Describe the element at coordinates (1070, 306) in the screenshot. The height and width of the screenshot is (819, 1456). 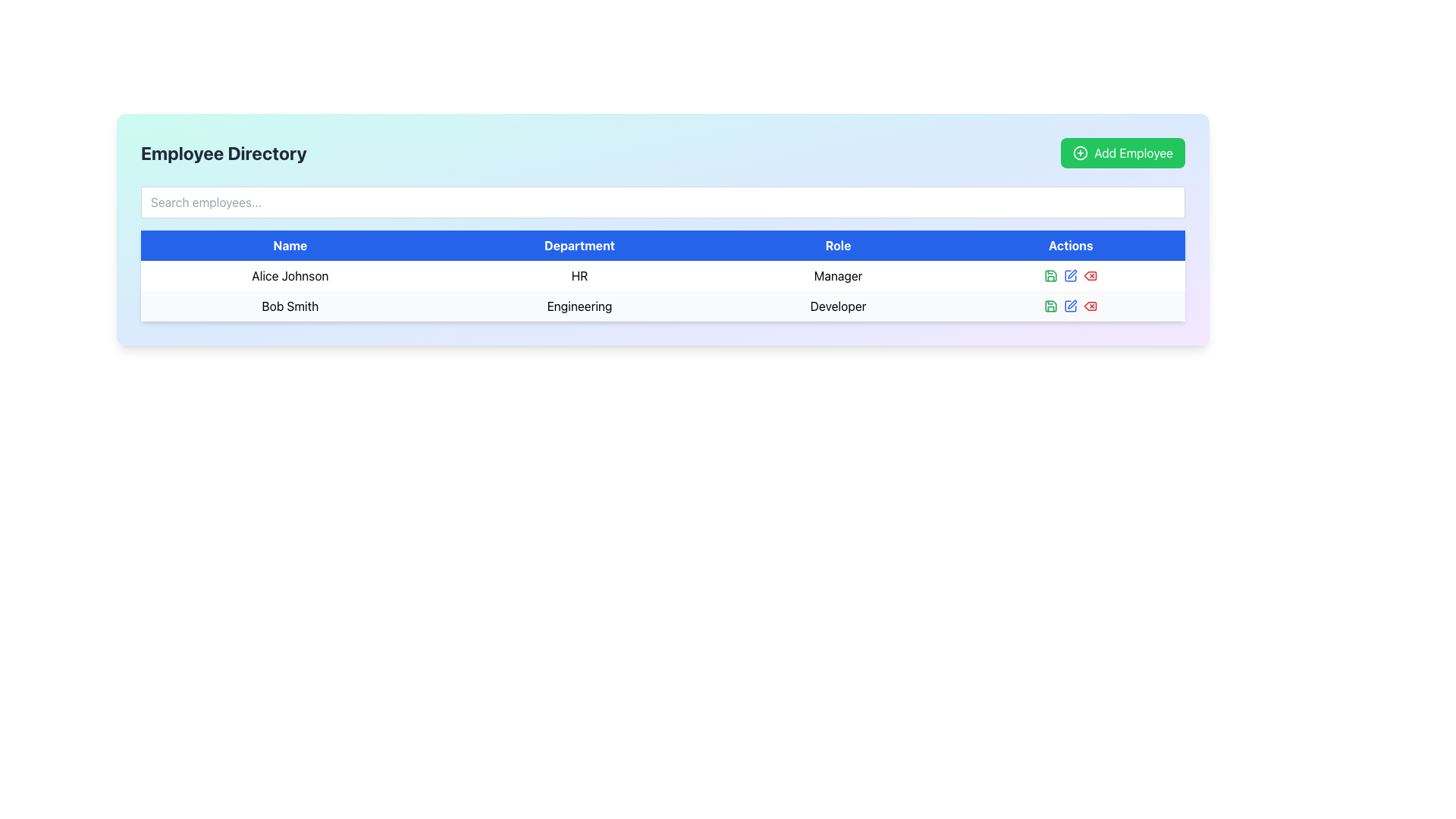
I see `the individual action icons in the control panel for the 'Bob Smith' entry, which is the last column in the employee directory table` at that location.